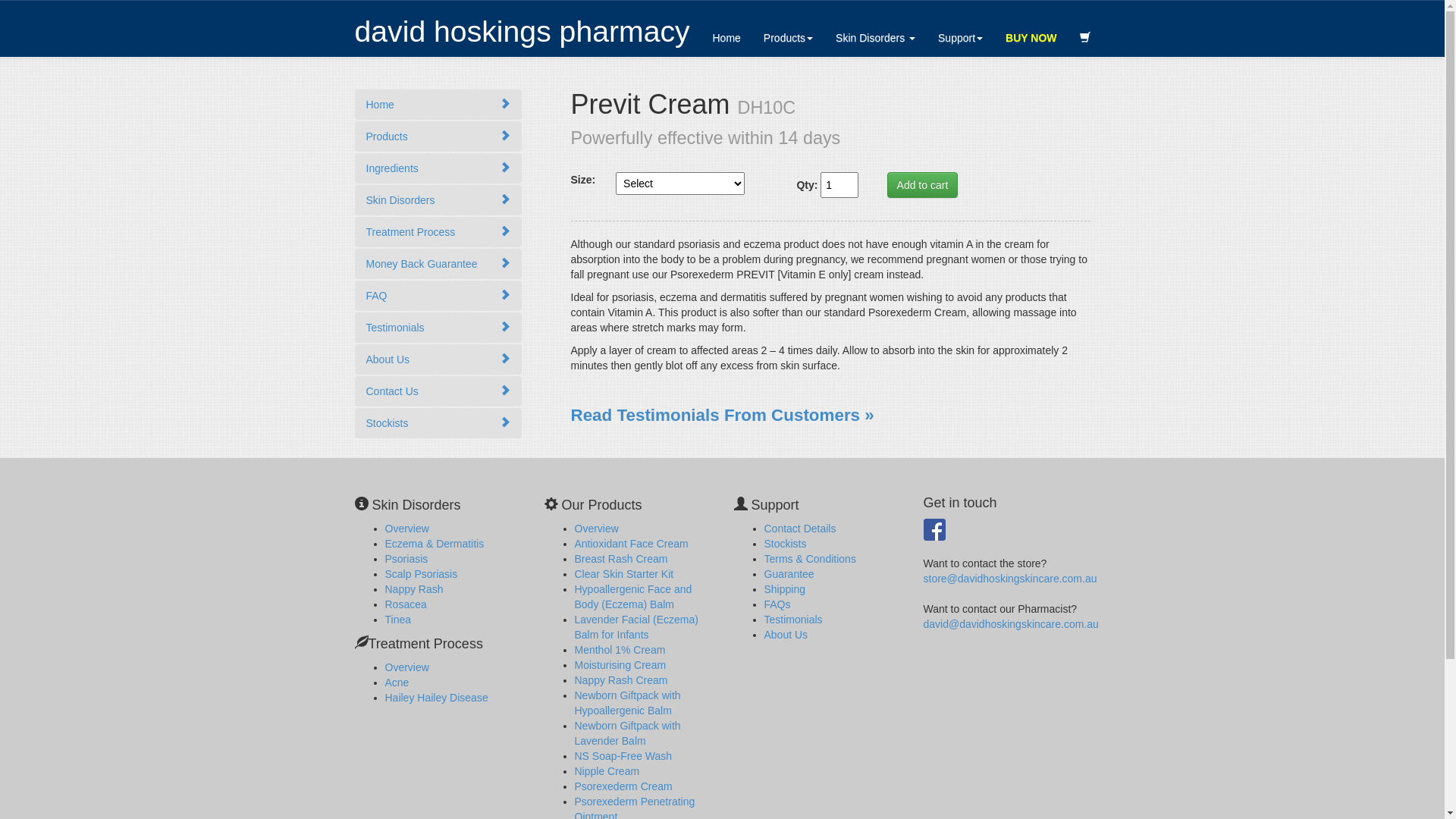 The image size is (1456, 819). Describe the element at coordinates (574, 595) in the screenshot. I see `'Hypoallergenic Face and Body (Eczema) Balm'` at that location.